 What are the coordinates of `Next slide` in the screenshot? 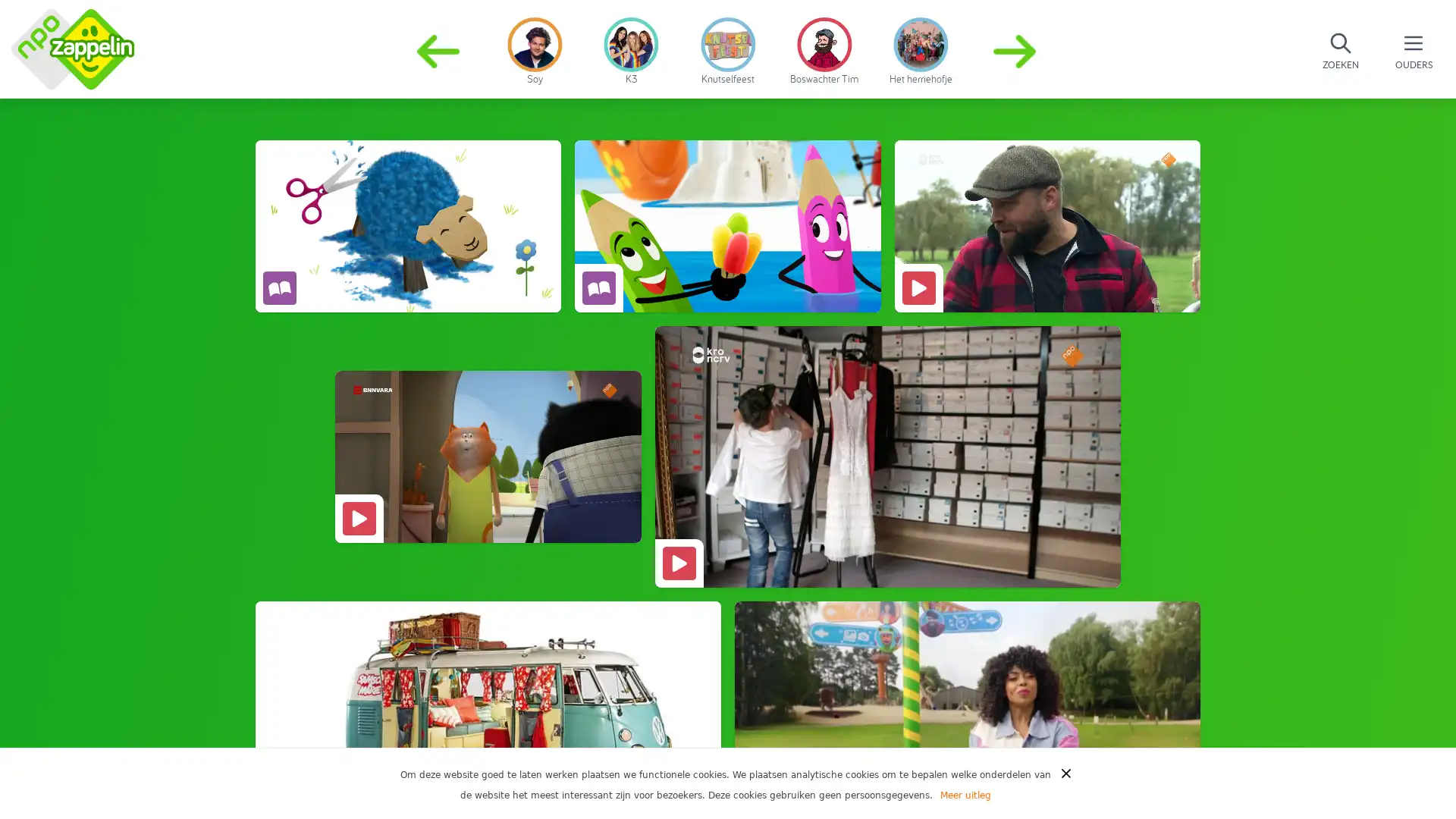 It's located at (1015, 49).